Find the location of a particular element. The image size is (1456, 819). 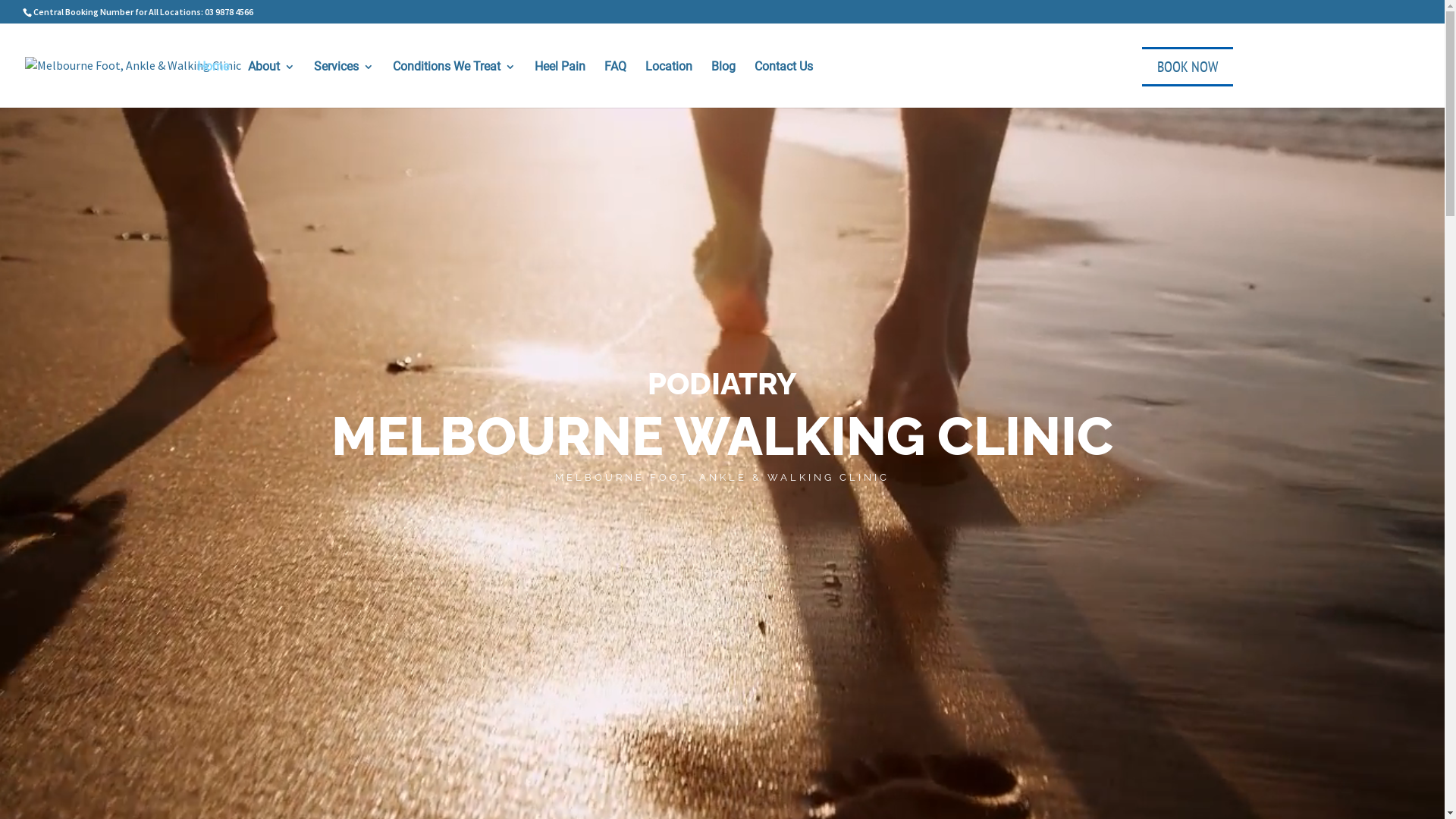

'About' is located at coordinates (271, 82).